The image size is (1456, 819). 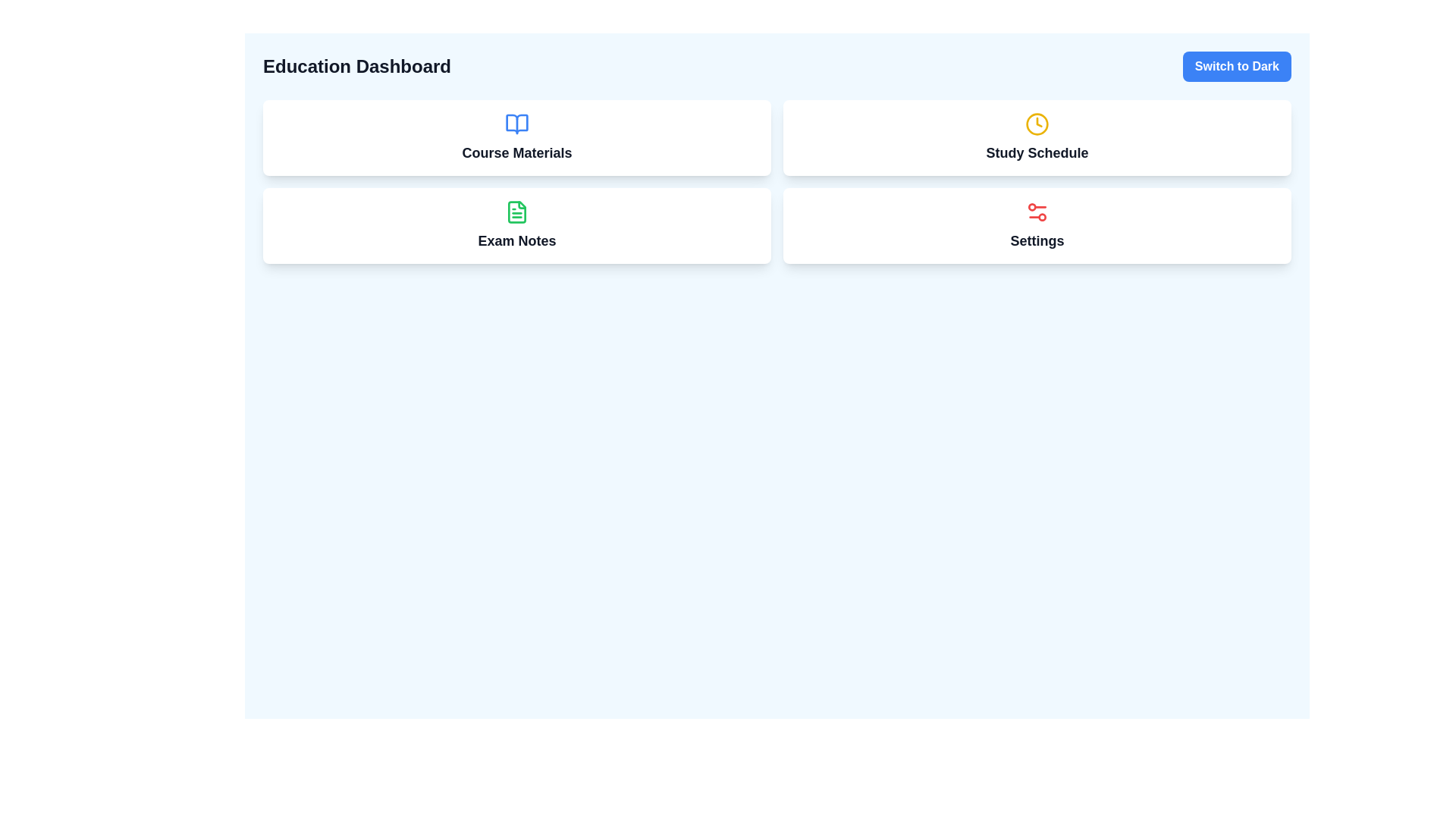 What do you see at coordinates (516, 137) in the screenshot?
I see `the Card Component located in the top-left corner of the grid layout` at bounding box center [516, 137].